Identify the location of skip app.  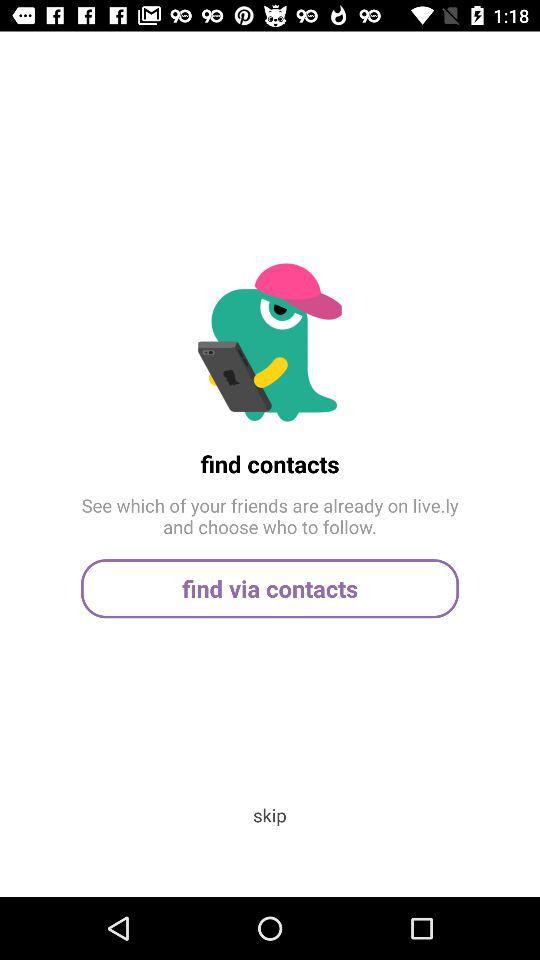
(269, 815).